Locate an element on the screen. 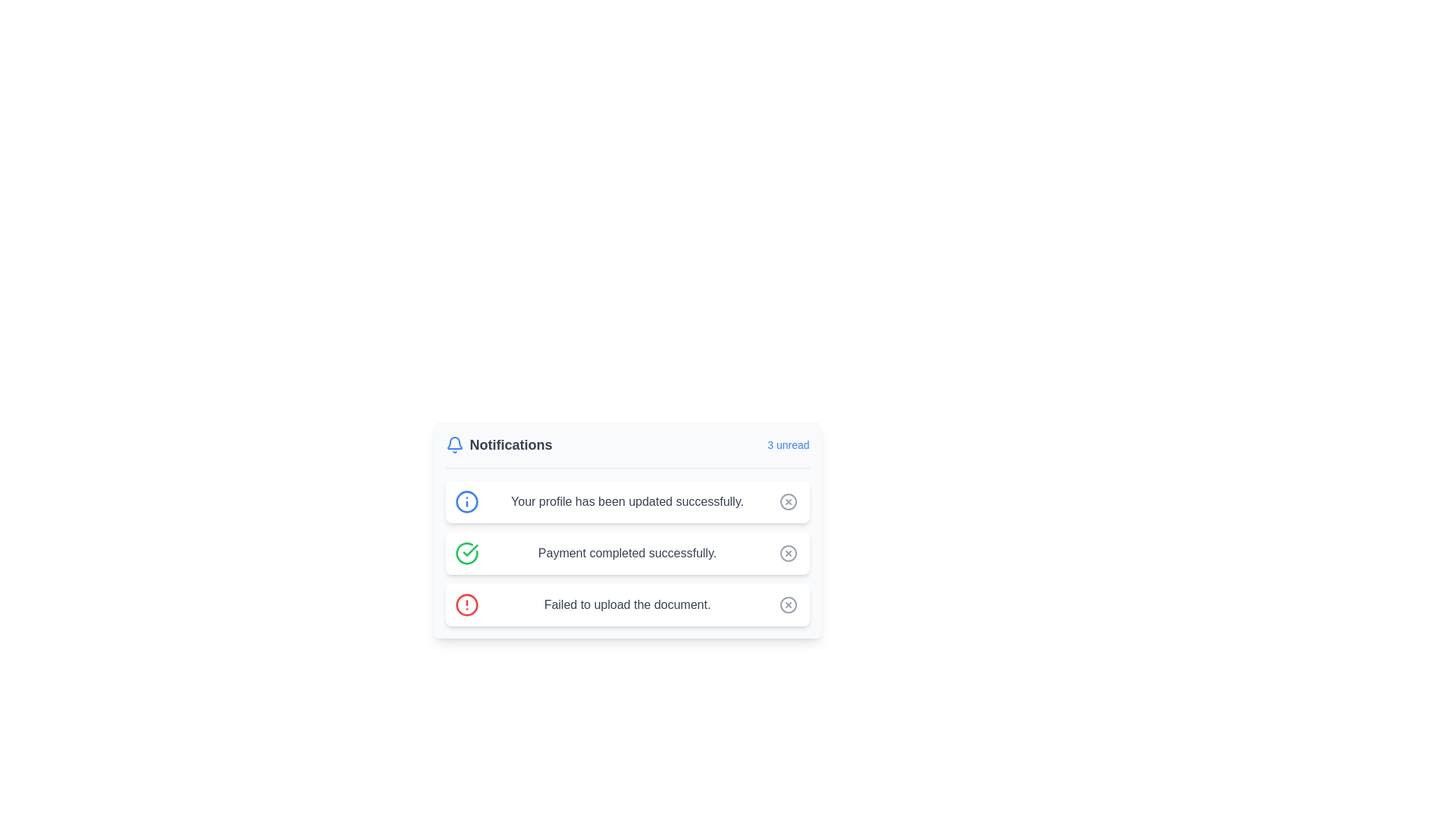 The width and height of the screenshot is (1456, 819). the dismissal button located at the far right of the bottom row in the notification panel is located at coordinates (788, 604).